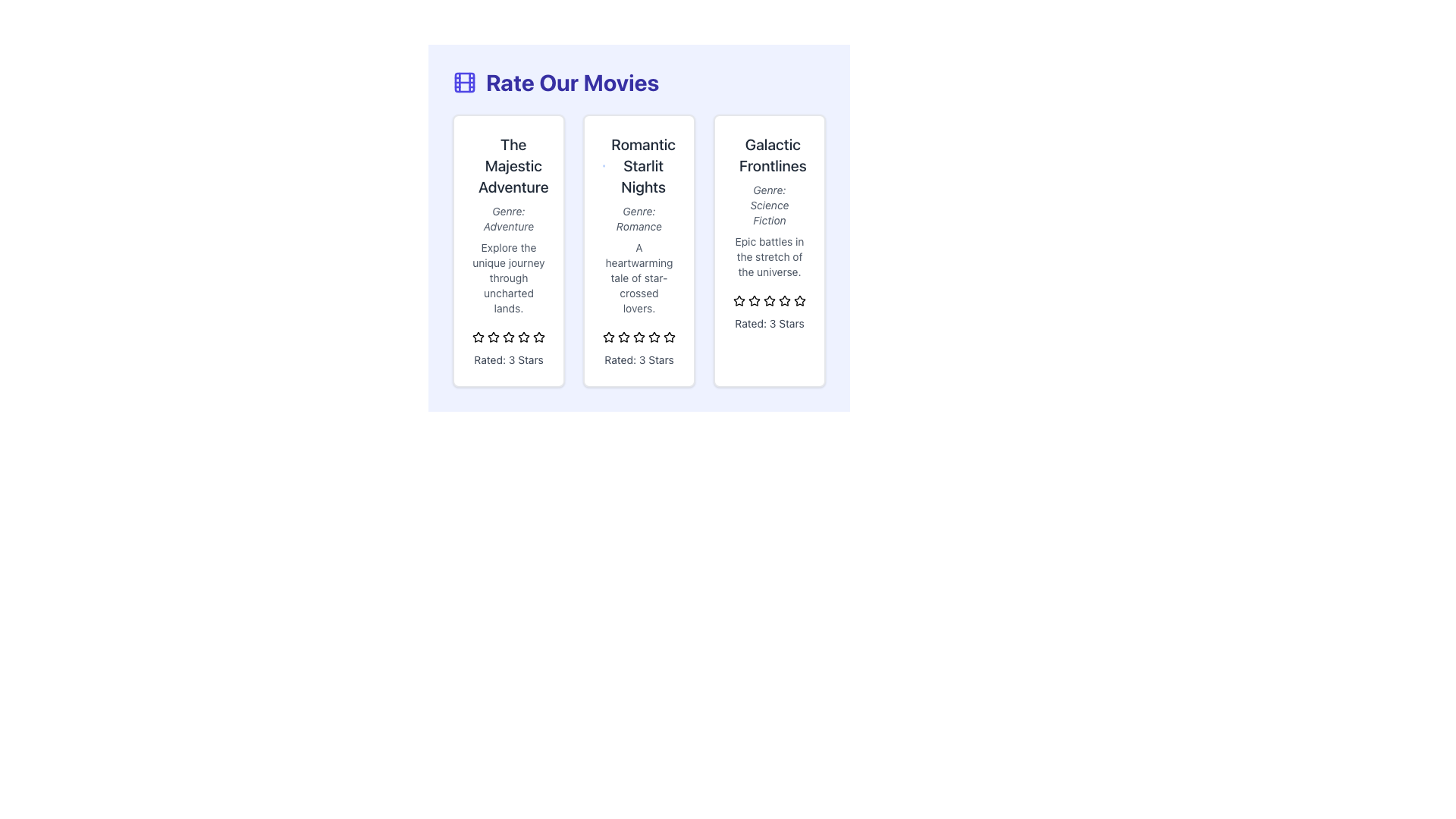 The height and width of the screenshot is (819, 1456). I want to click on the fifth star in the rating section under the title 'Galactic Frontlines', so click(799, 300).